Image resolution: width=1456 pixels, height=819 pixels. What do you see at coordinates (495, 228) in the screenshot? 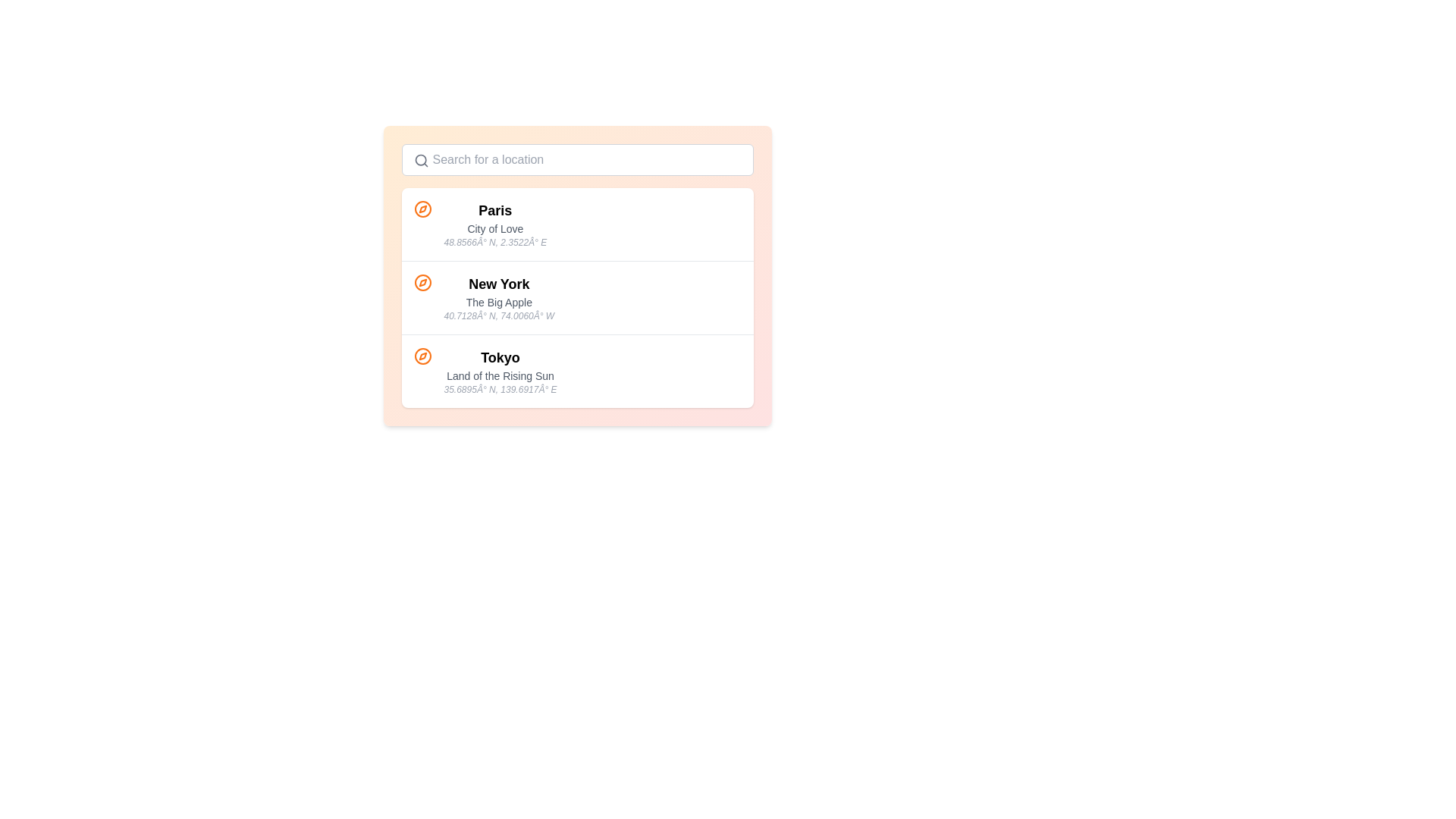
I see `the static text label displaying 'City of Love', which is styled in a smaller gray font and positioned below 'Paris' and above the coordinates '48.8566° N, 2.3522° E'` at bounding box center [495, 228].